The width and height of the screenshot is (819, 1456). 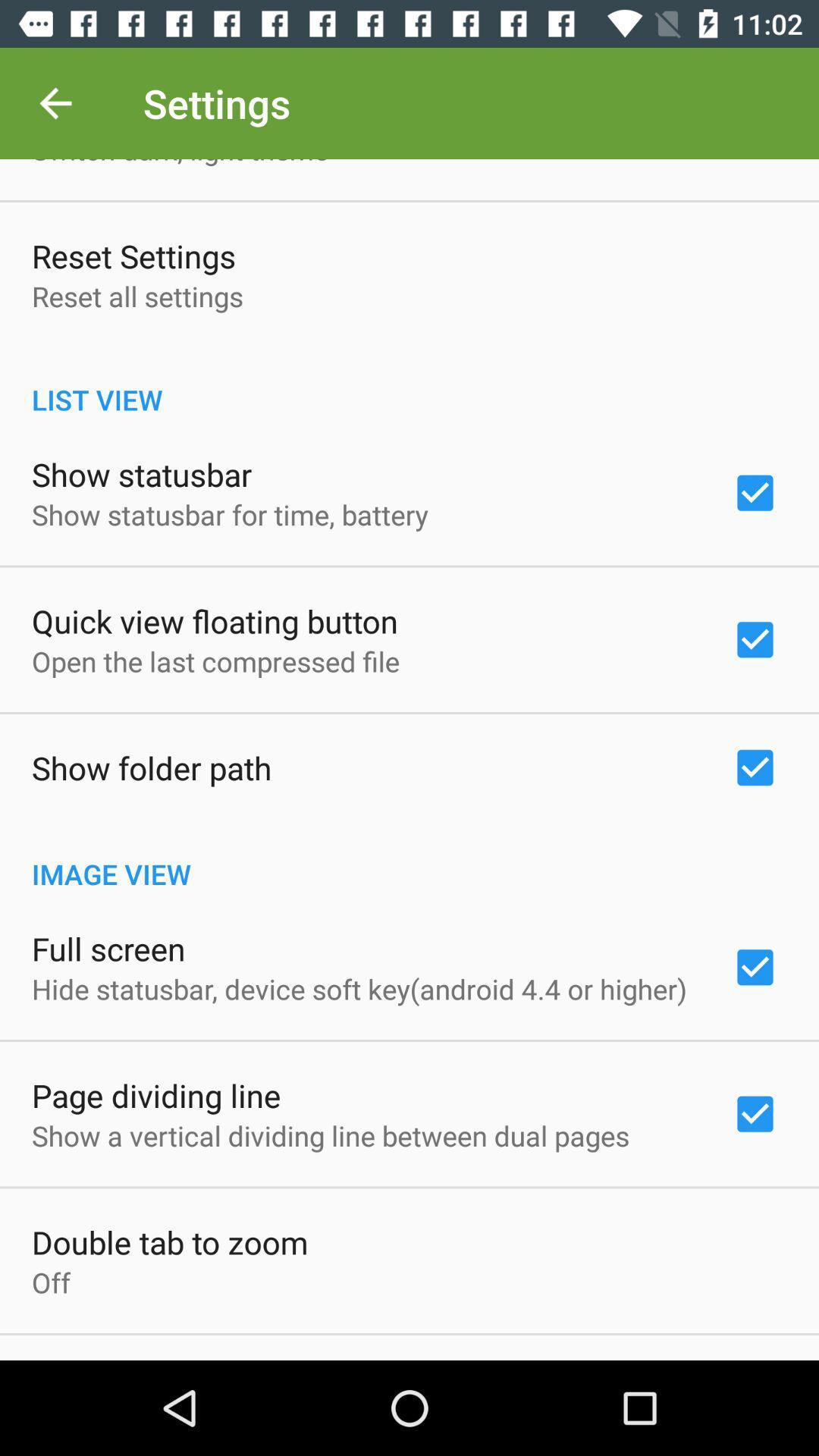 What do you see at coordinates (215, 621) in the screenshot?
I see `the quick view floating` at bounding box center [215, 621].